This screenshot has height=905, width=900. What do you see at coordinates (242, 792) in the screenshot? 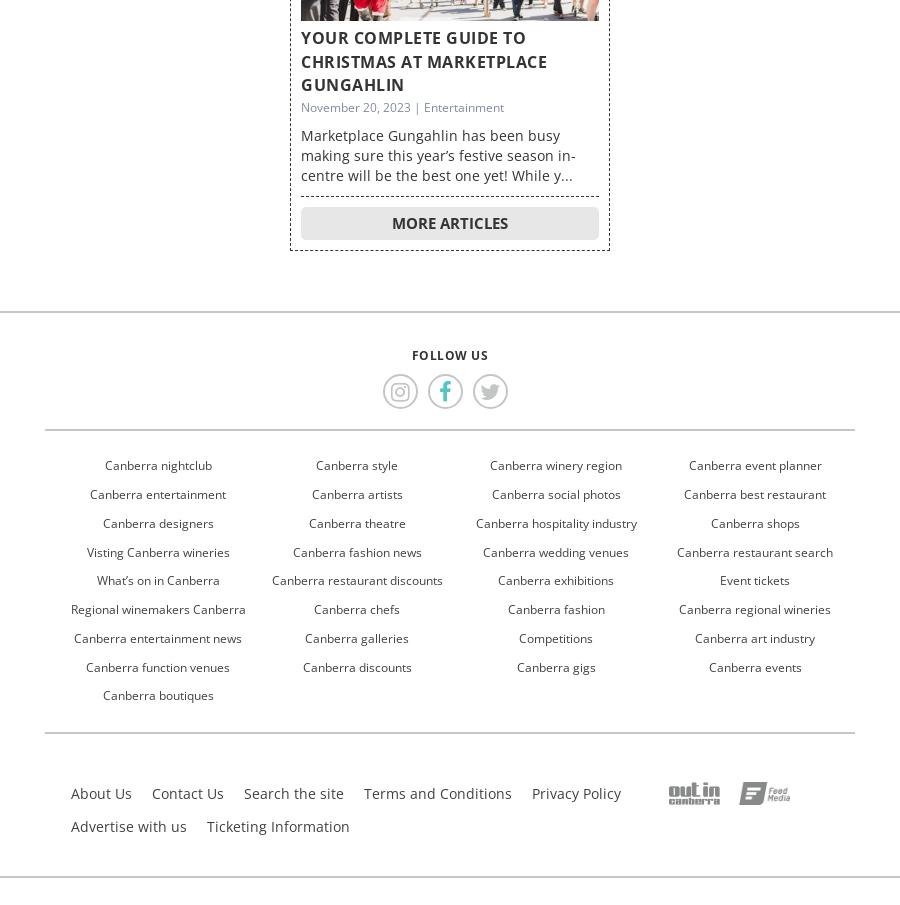
I see `'Search the site'` at bounding box center [242, 792].